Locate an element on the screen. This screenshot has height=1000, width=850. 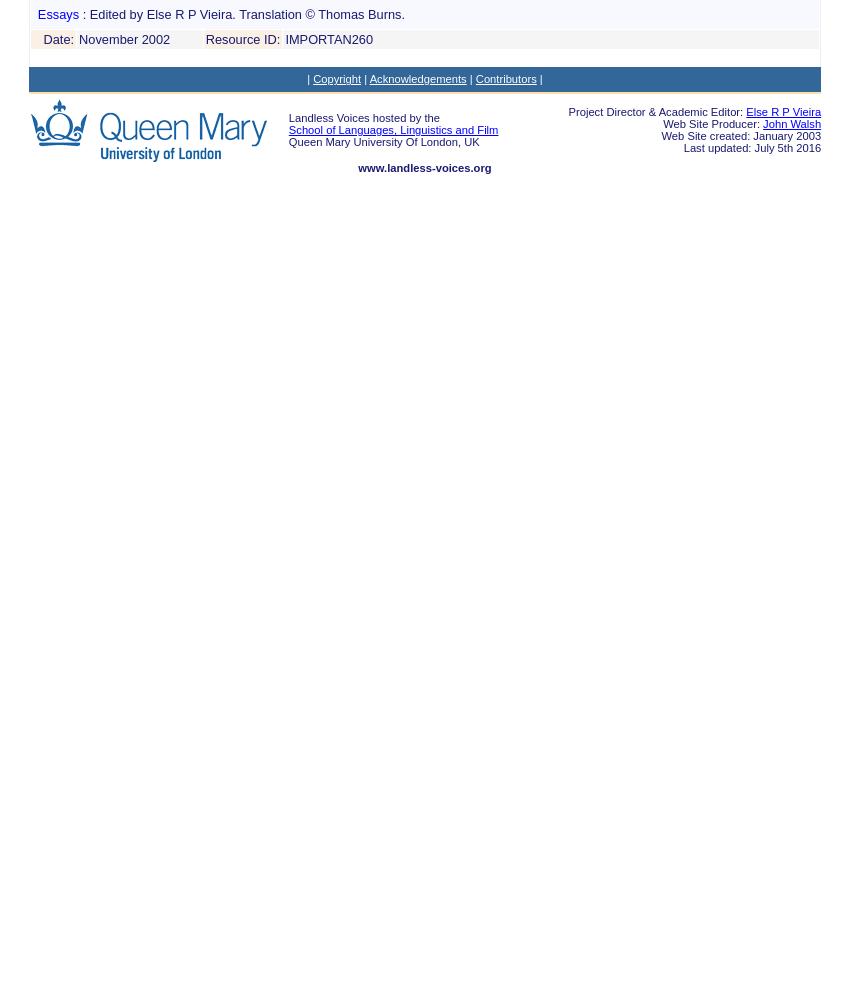
'Web Site Producer:' is located at coordinates (711, 123).